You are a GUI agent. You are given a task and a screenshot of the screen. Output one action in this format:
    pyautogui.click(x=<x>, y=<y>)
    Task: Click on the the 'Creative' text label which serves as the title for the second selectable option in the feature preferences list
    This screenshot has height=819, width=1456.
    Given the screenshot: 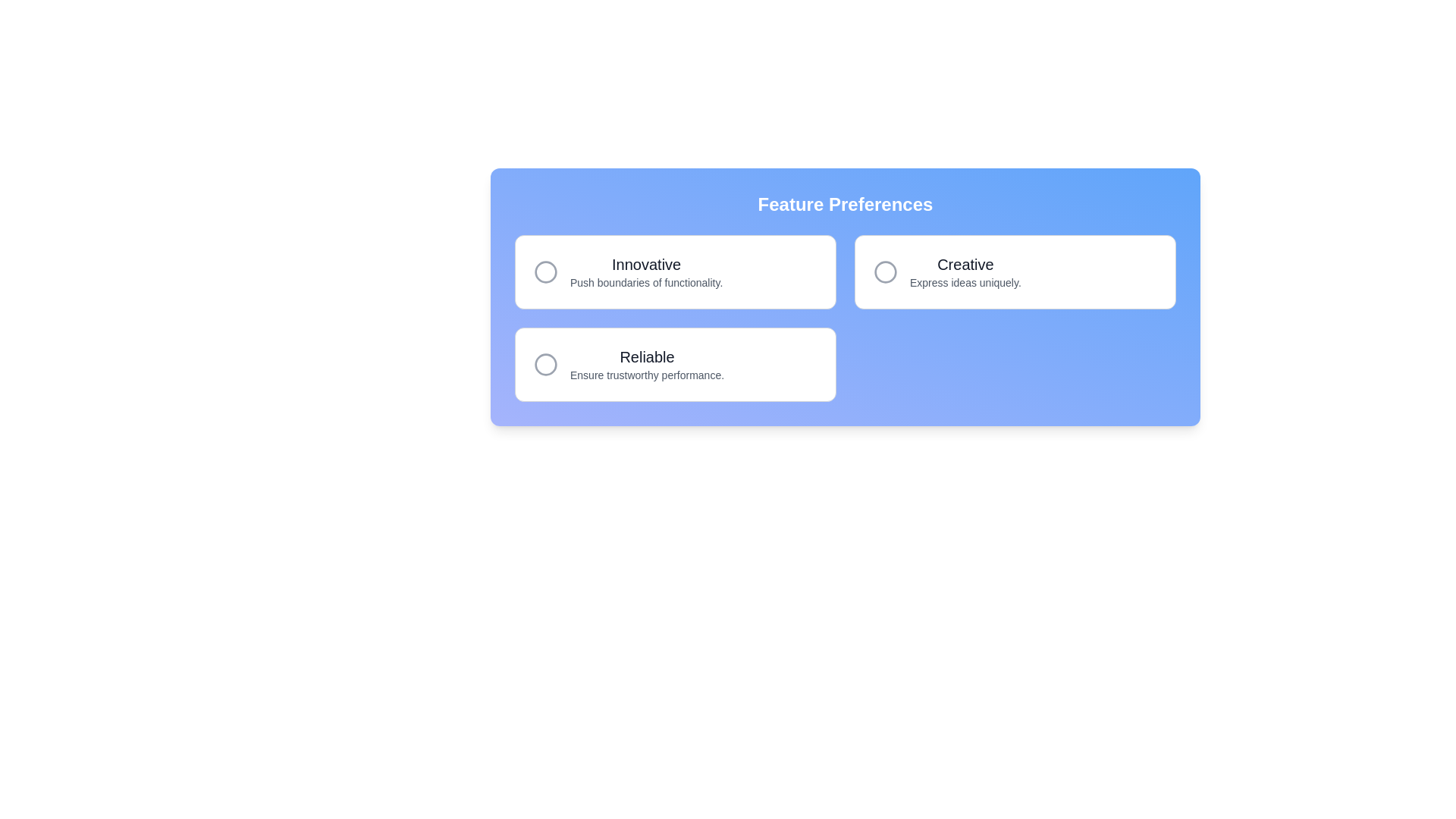 What is the action you would take?
    pyautogui.click(x=965, y=263)
    